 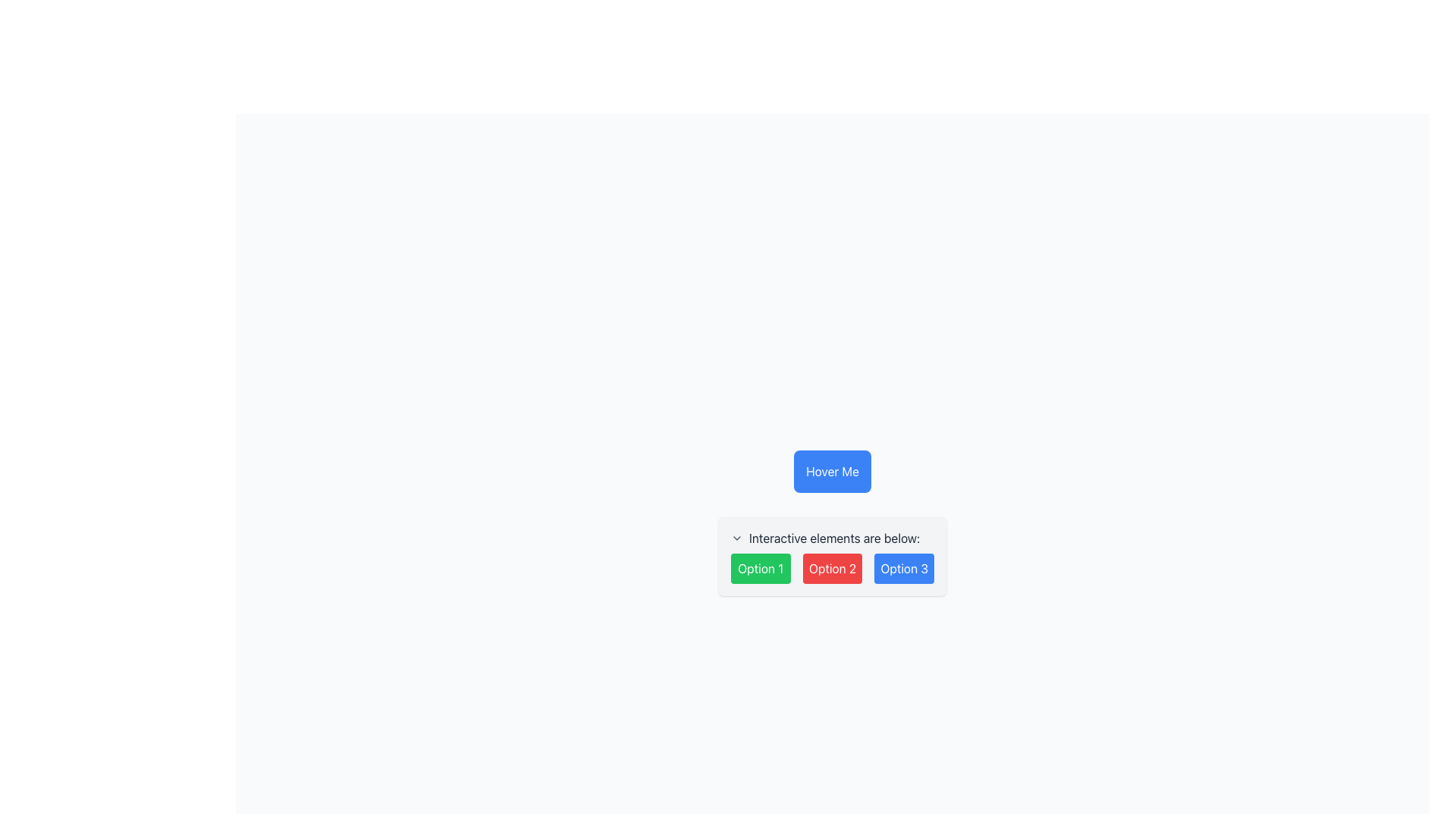 What do you see at coordinates (832, 470) in the screenshot?
I see `the hoverable text label within the blue rounded button located above the section of three smaller buttons labeled Option 1, Option 2, and Option 3` at bounding box center [832, 470].